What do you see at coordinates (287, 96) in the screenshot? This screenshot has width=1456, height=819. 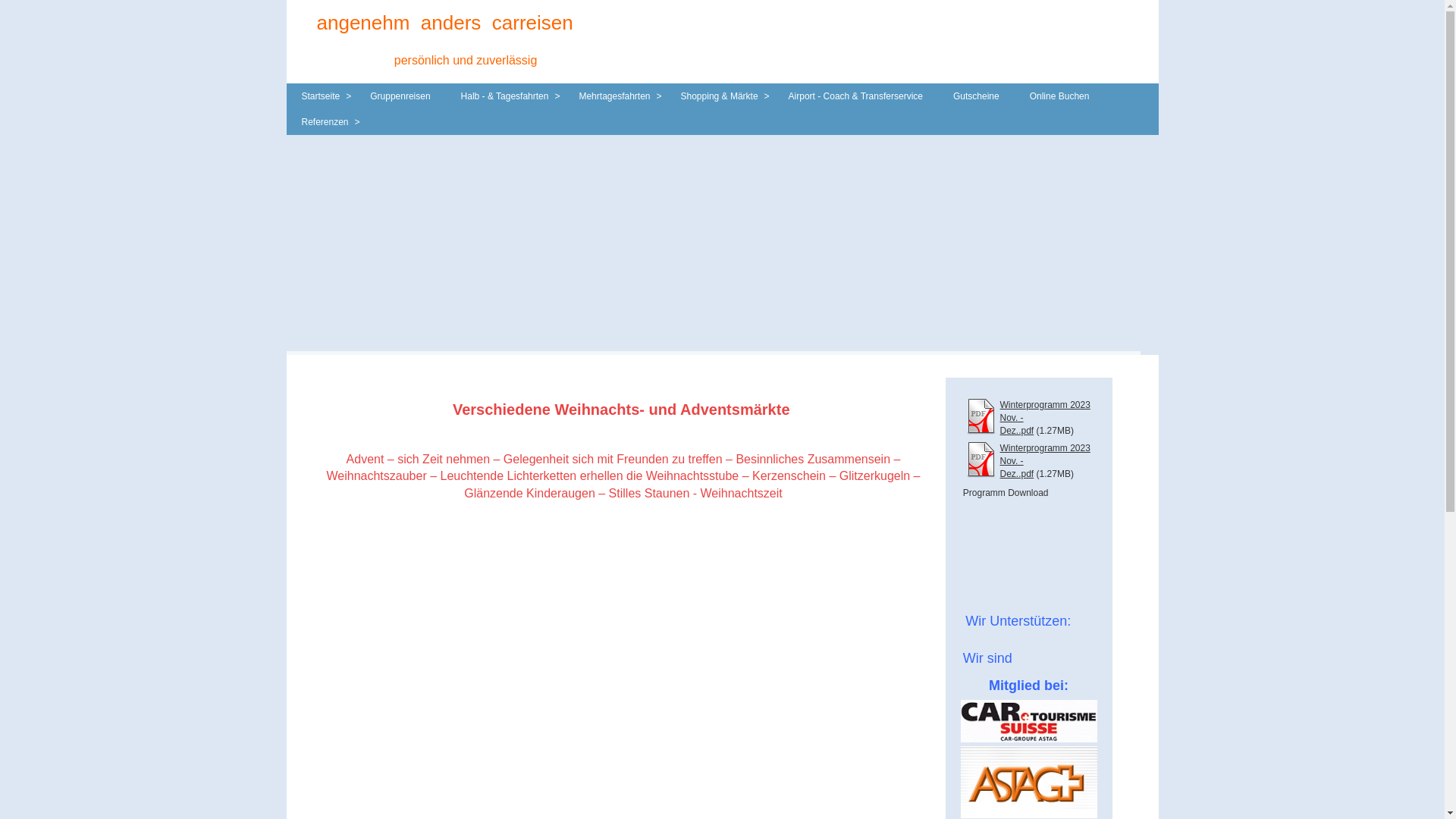 I see `'Startseite'` at bounding box center [287, 96].